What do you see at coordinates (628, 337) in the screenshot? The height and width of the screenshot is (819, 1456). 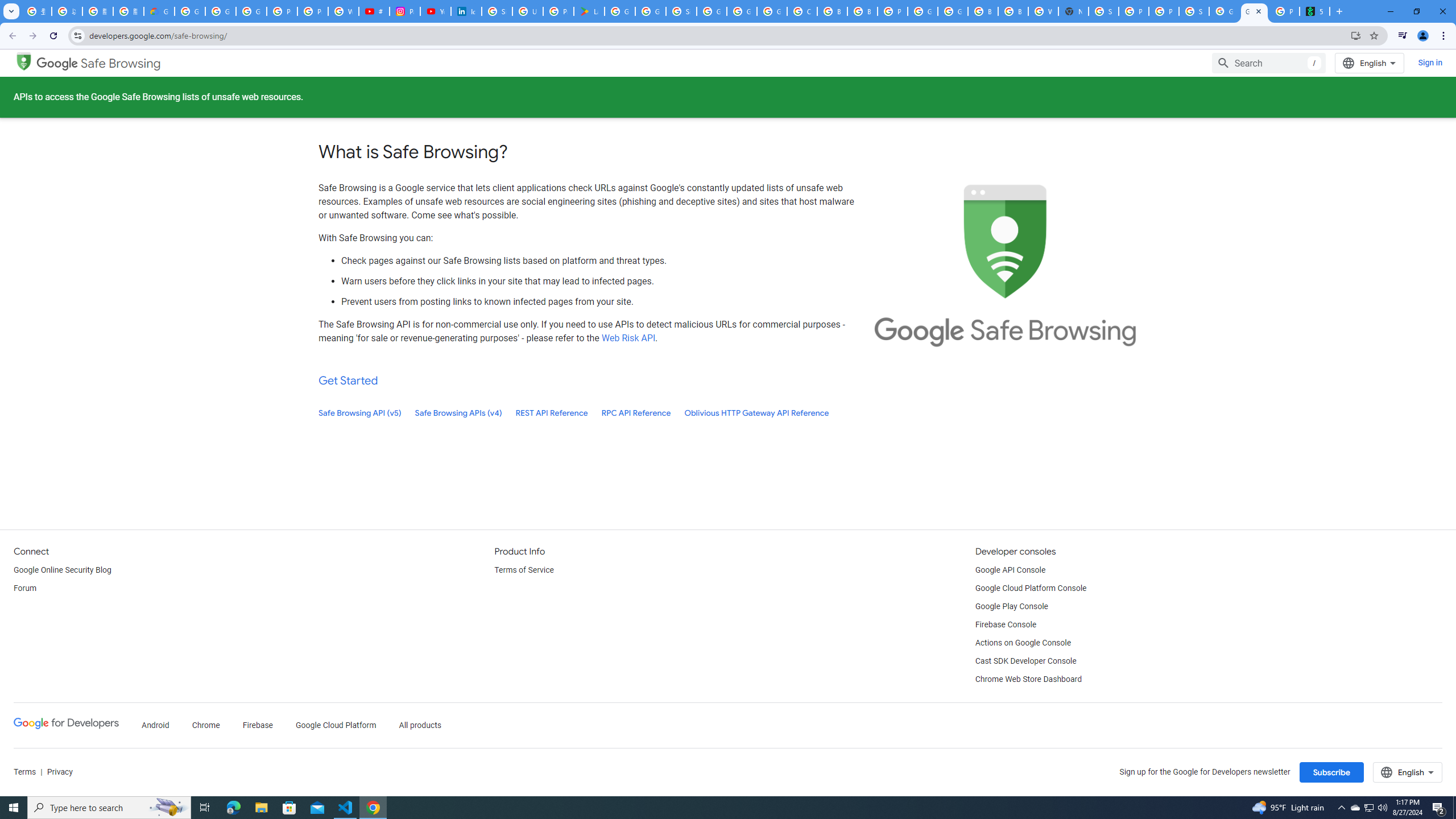 I see `'Web Risk API'` at bounding box center [628, 337].